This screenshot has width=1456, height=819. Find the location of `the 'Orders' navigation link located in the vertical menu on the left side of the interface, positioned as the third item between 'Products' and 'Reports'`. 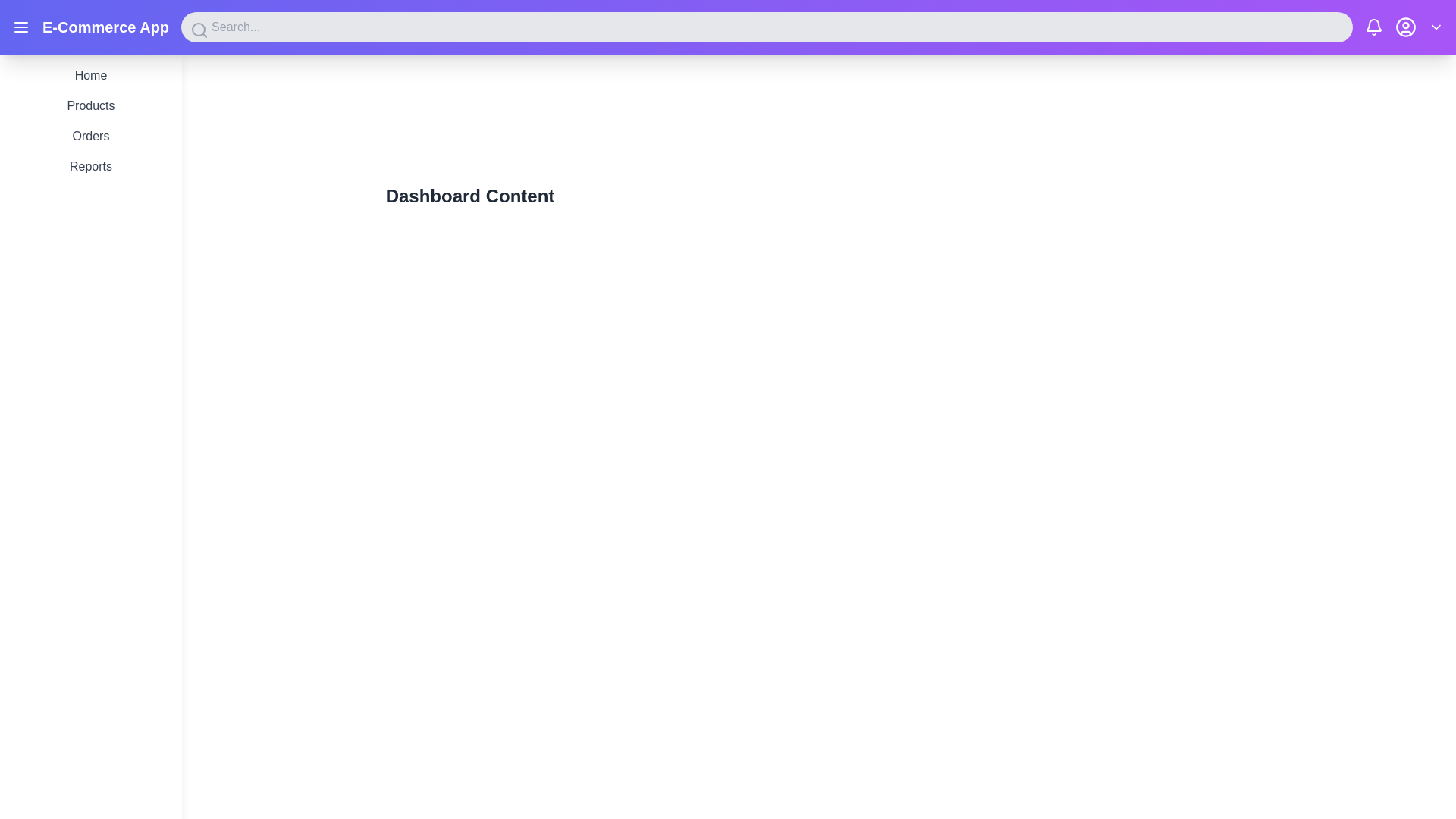

the 'Orders' navigation link located in the vertical menu on the left side of the interface, positioned as the third item between 'Products' and 'Reports' is located at coordinates (90, 136).